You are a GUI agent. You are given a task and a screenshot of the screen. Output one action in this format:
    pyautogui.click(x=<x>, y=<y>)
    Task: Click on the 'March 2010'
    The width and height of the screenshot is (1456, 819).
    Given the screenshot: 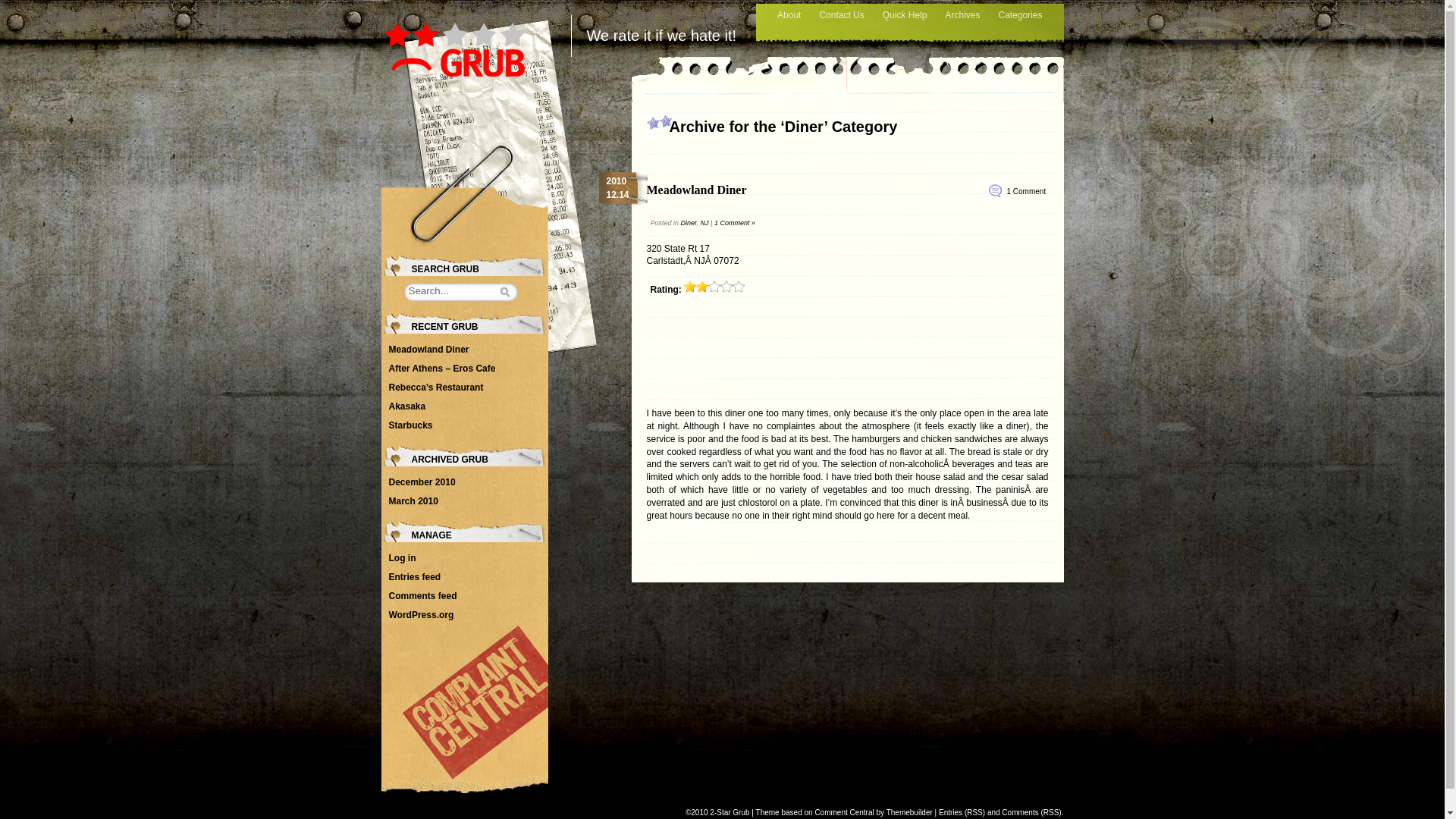 What is the action you would take?
    pyautogui.click(x=413, y=500)
    